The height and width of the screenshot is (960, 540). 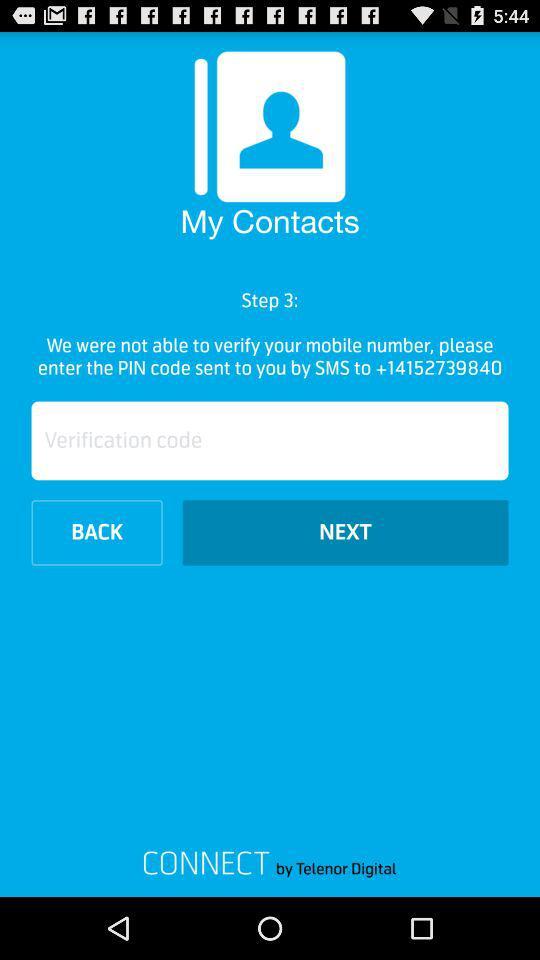 What do you see at coordinates (344, 531) in the screenshot?
I see `the icon next to the back item` at bounding box center [344, 531].